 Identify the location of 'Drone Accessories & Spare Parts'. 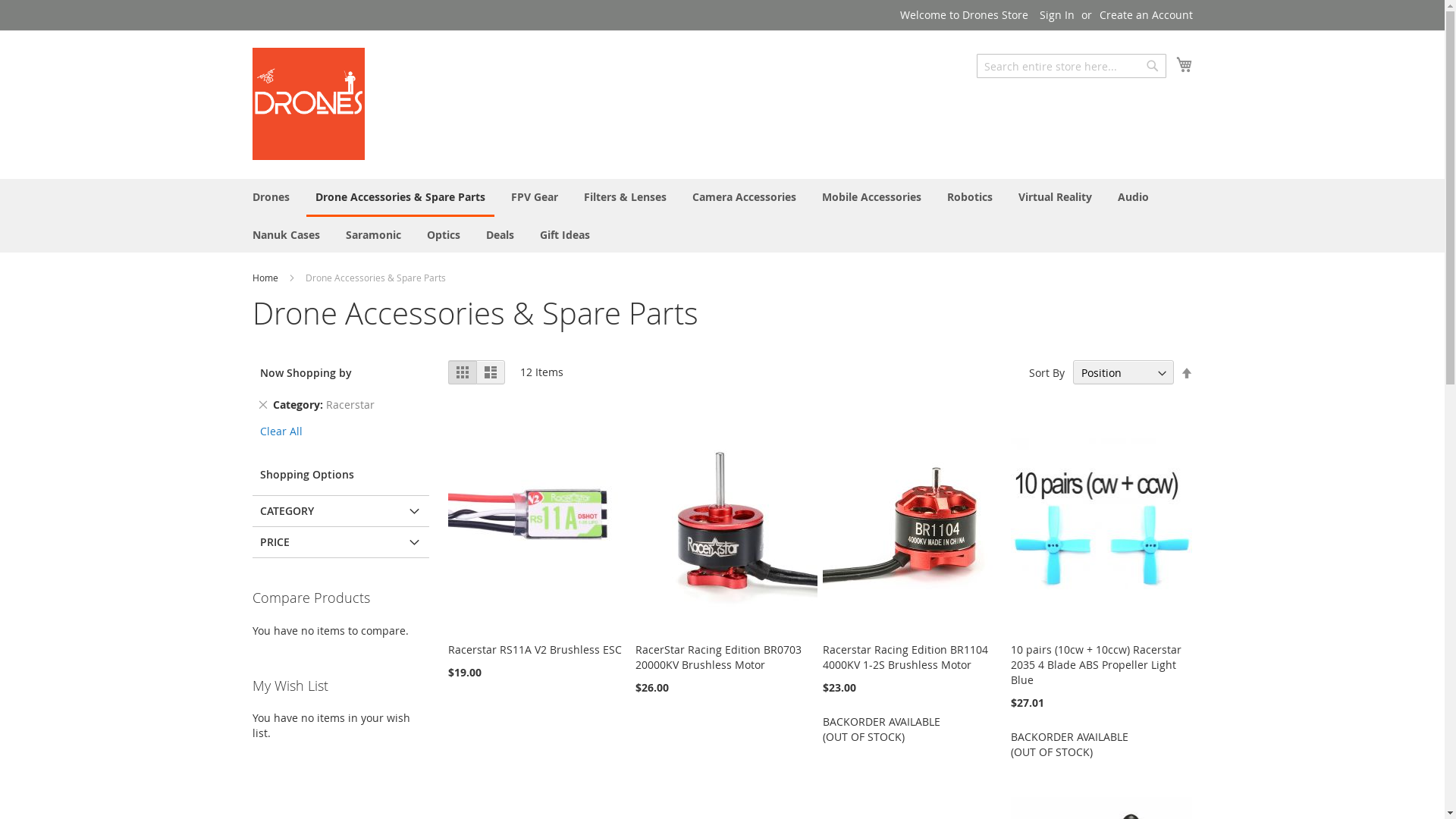
(400, 197).